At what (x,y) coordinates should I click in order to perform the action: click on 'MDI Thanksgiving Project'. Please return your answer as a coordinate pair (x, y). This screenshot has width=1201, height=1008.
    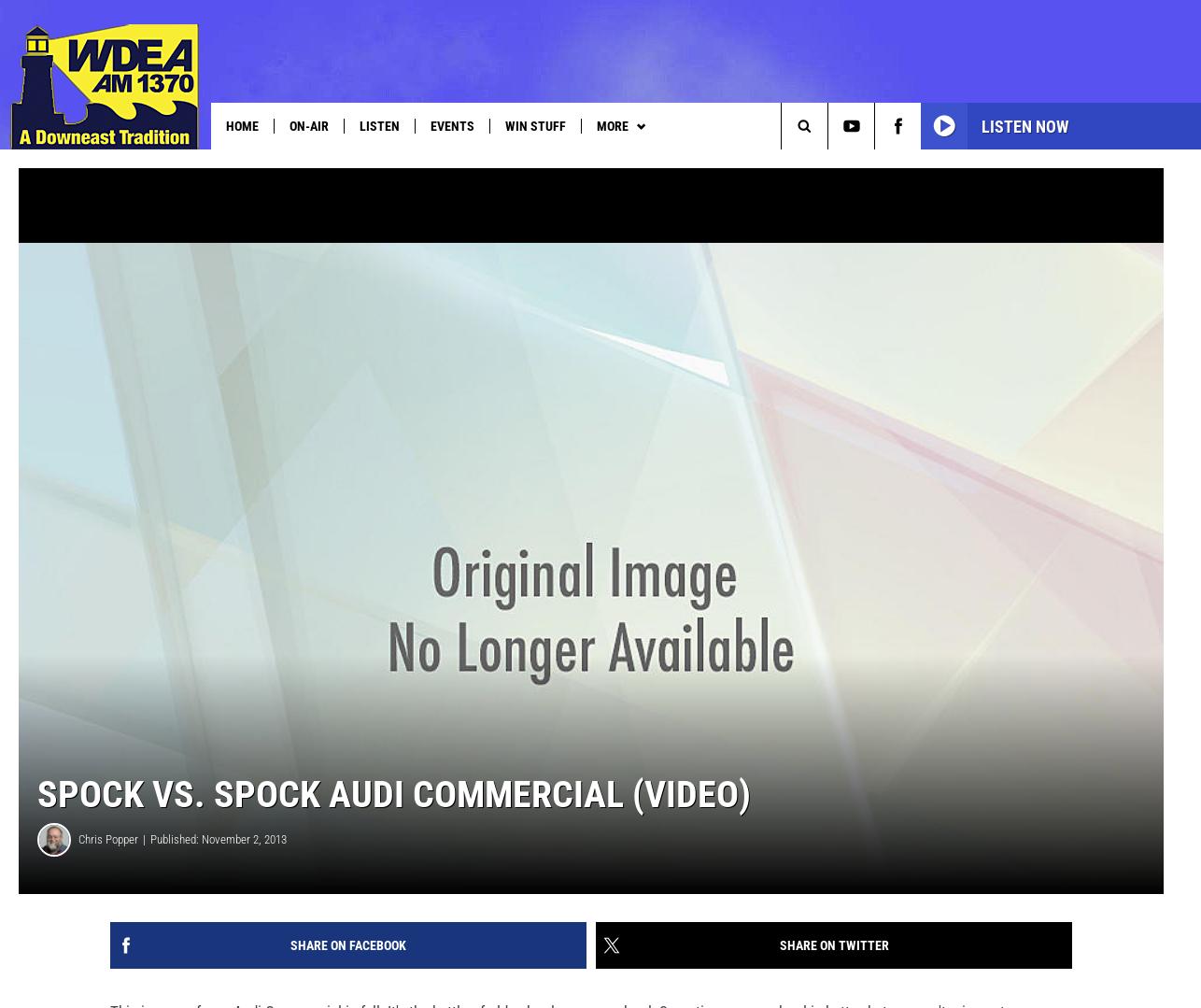
    Looking at the image, I should click on (182, 163).